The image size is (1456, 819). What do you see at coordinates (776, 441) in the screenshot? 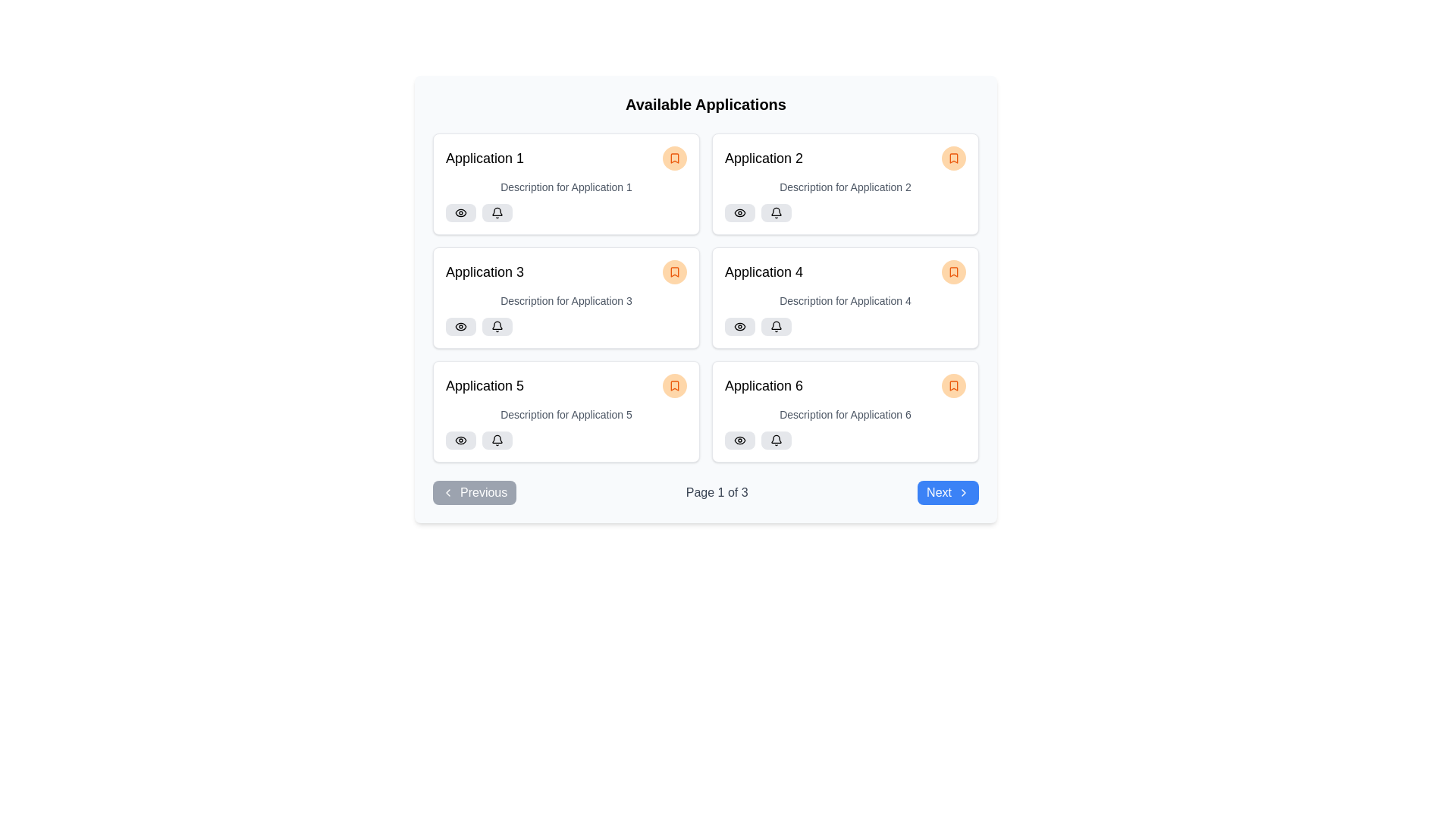
I see `the bell-shaped icon button, which is the second button in the horizontal set within the Application 6 card, located on the bottom-right of the page` at bounding box center [776, 441].